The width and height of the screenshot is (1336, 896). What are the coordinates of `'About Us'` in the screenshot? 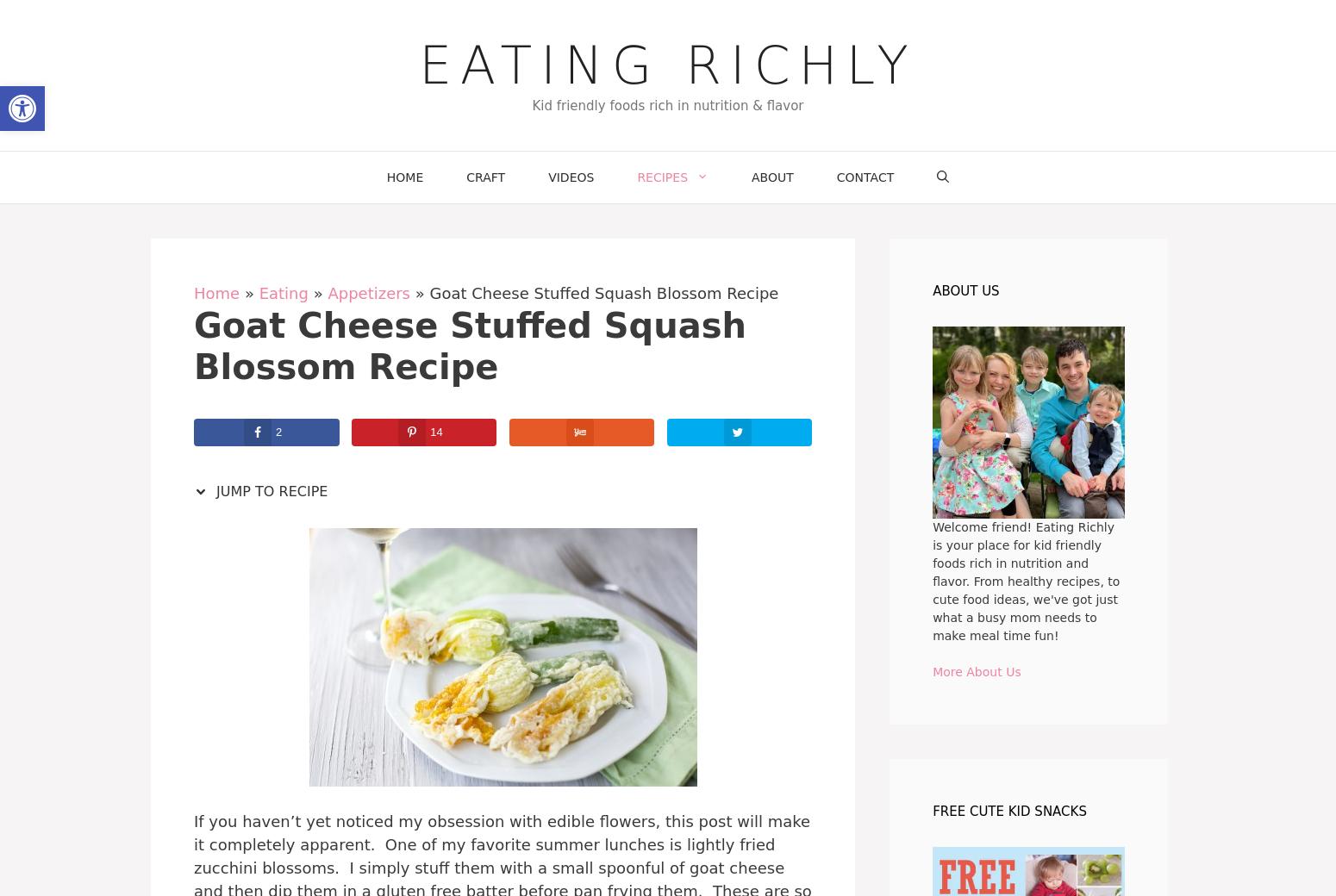 It's located at (965, 289).